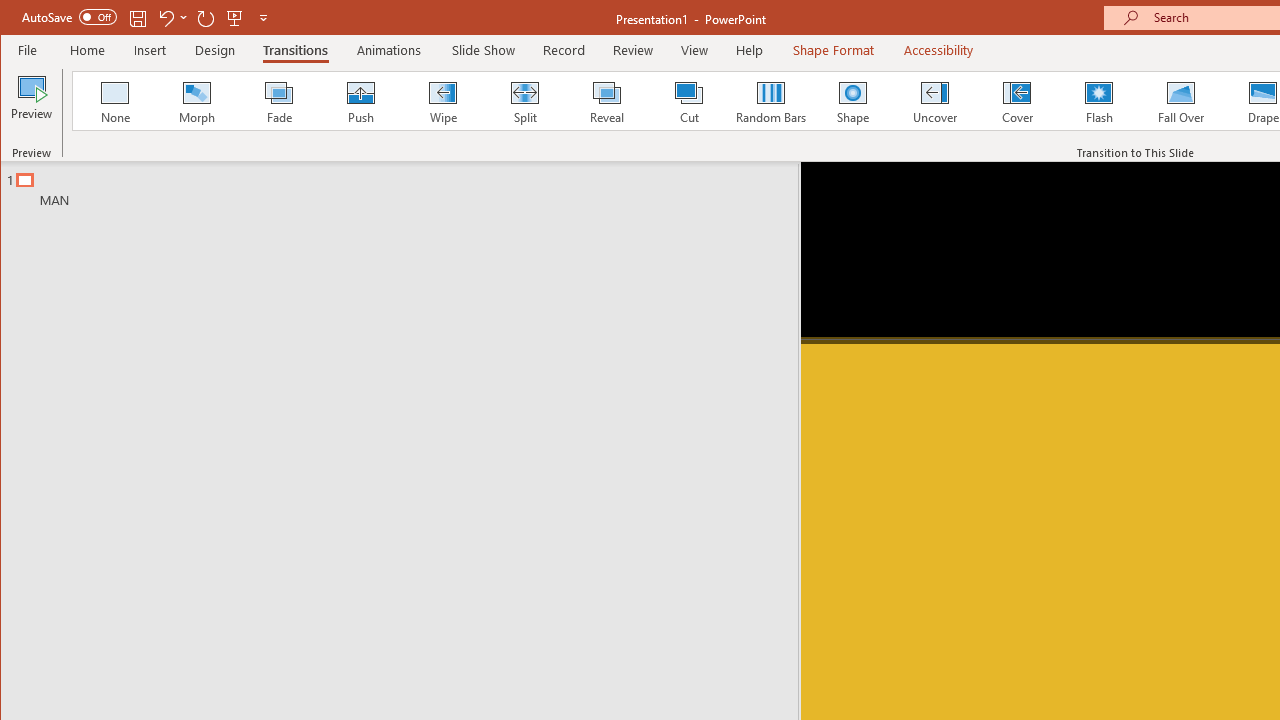  I want to click on 'Fall Over', so click(1181, 100).